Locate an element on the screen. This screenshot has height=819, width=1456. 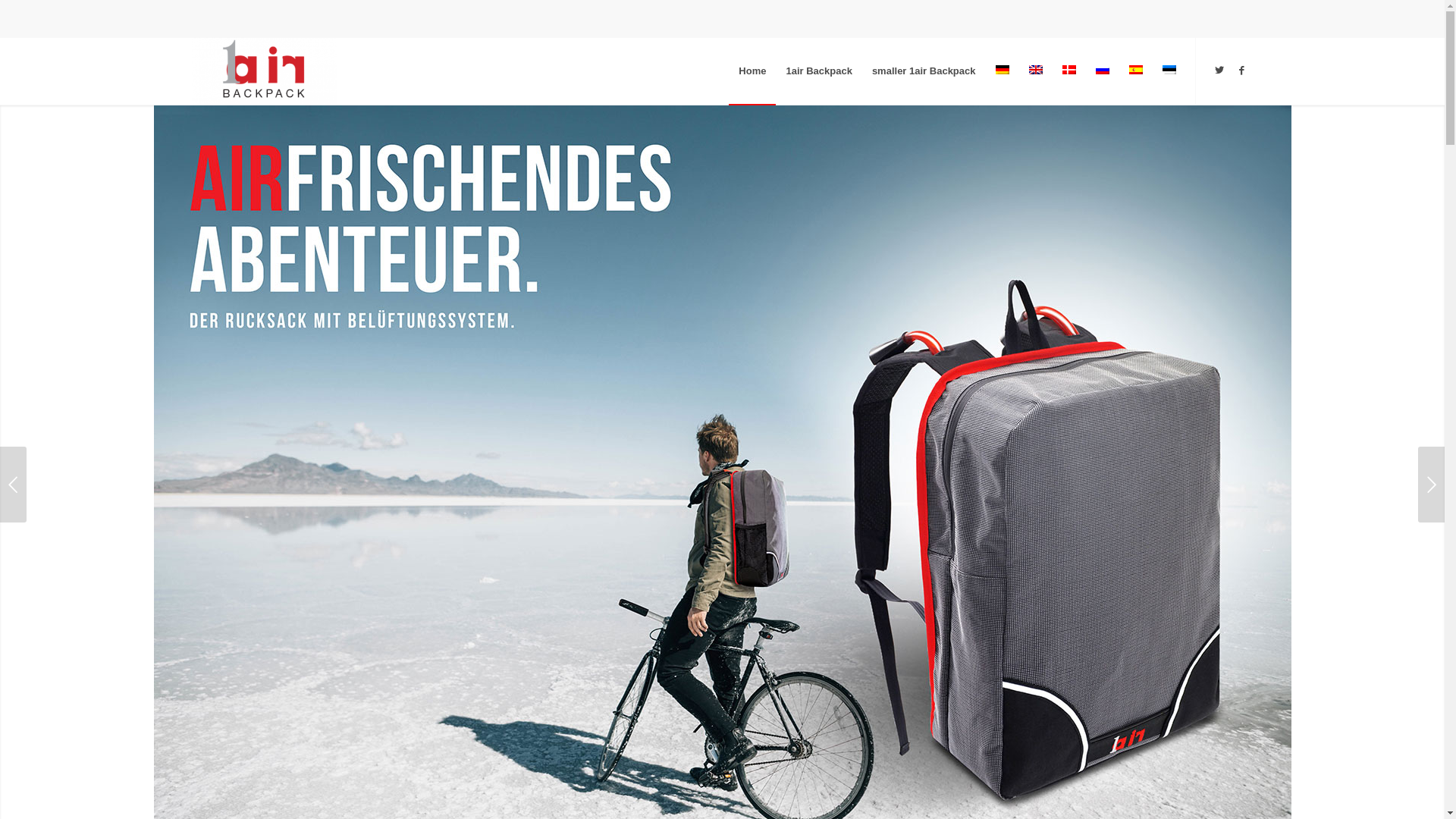
'English' is located at coordinates (1034, 70).